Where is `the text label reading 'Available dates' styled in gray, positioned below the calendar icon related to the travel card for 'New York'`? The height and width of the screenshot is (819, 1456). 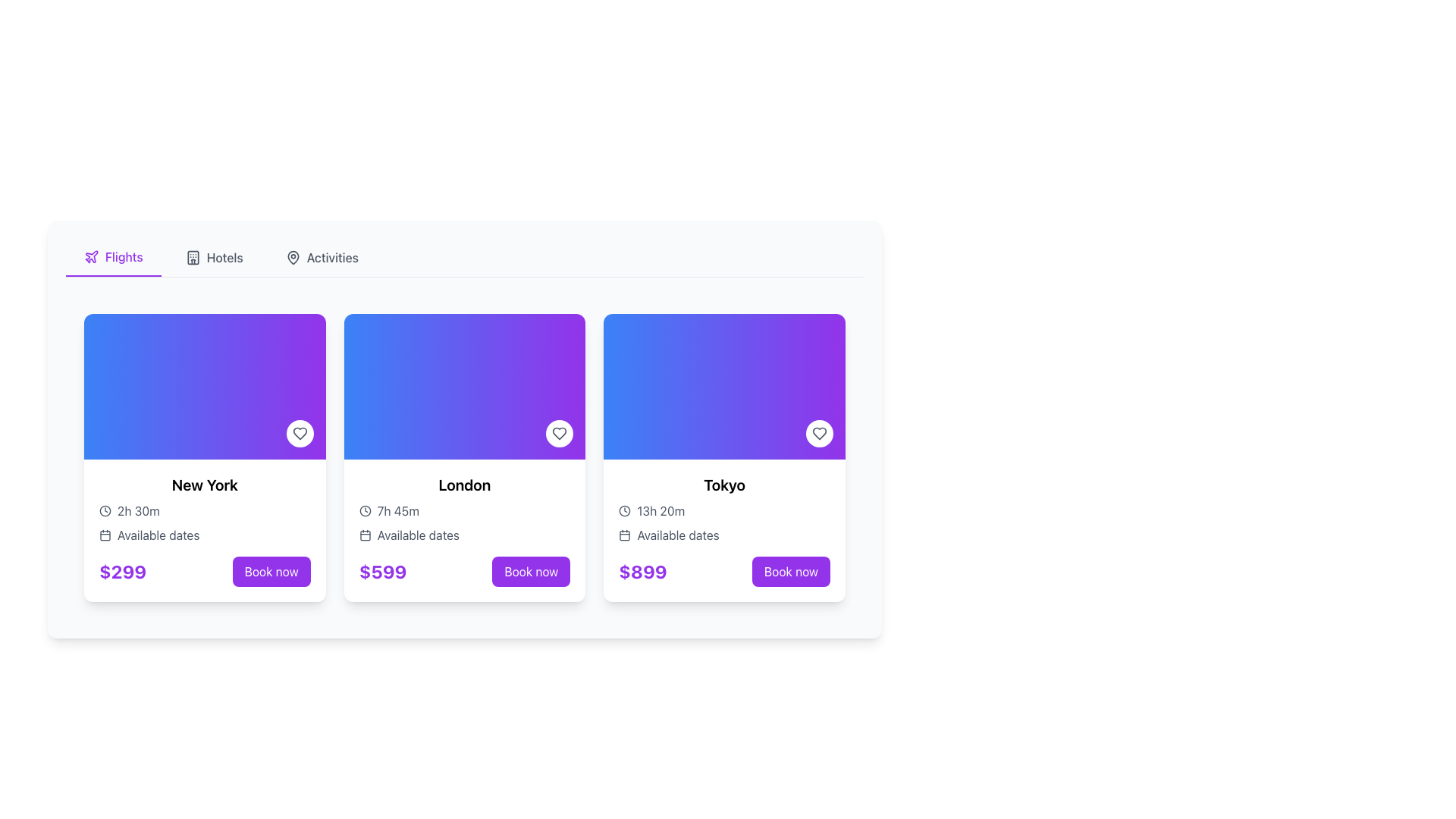 the text label reading 'Available dates' styled in gray, positioned below the calendar icon related to the travel card for 'New York' is located at coordinates (158, 534).